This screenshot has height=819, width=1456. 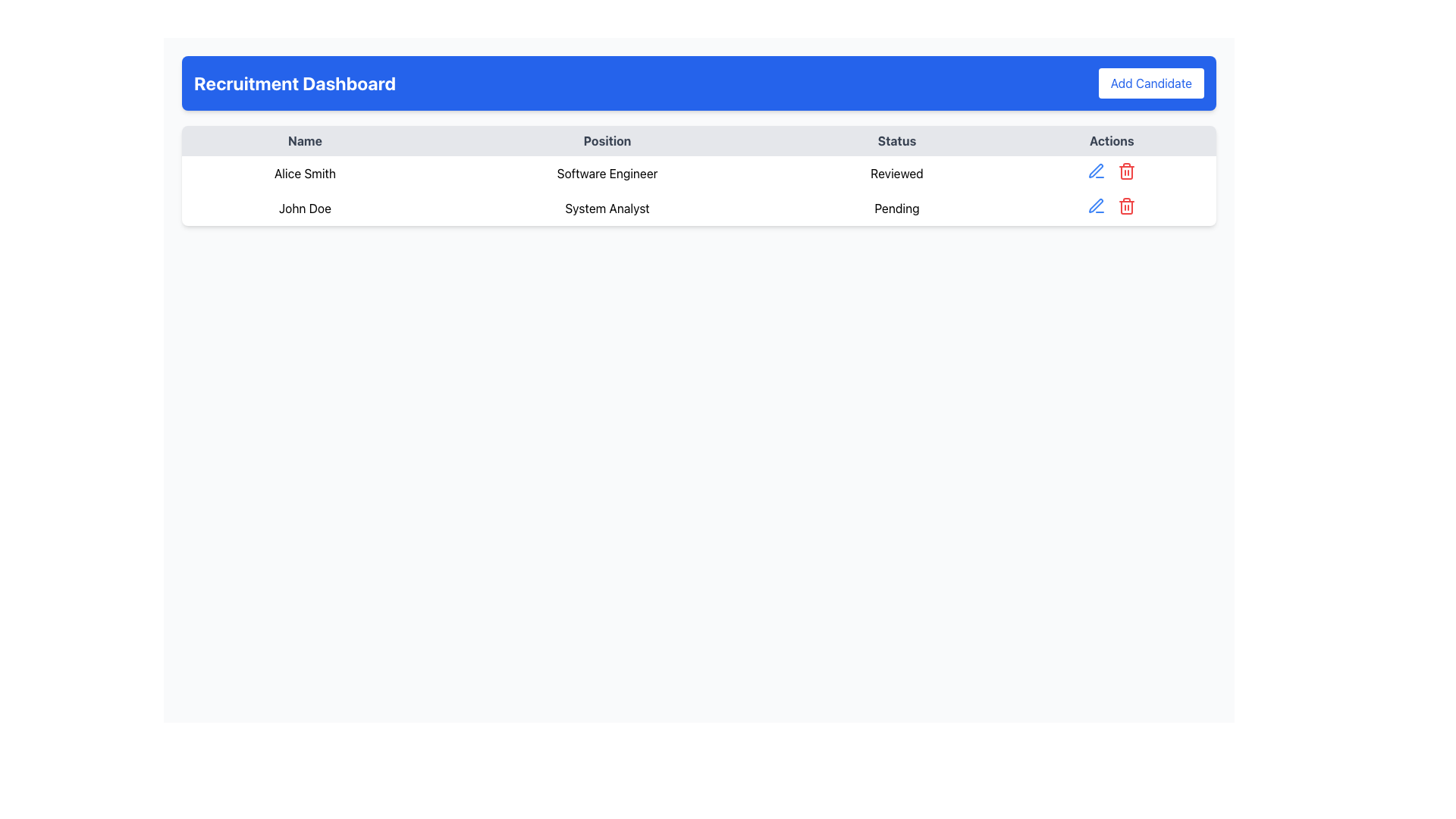 What do you see at coordinates (607, 172) in the screenshot?
I see `the text label indicating the professional role associated with 'Alice Smith' in the 'Position' column of the table` at bounding box center [607, 172].